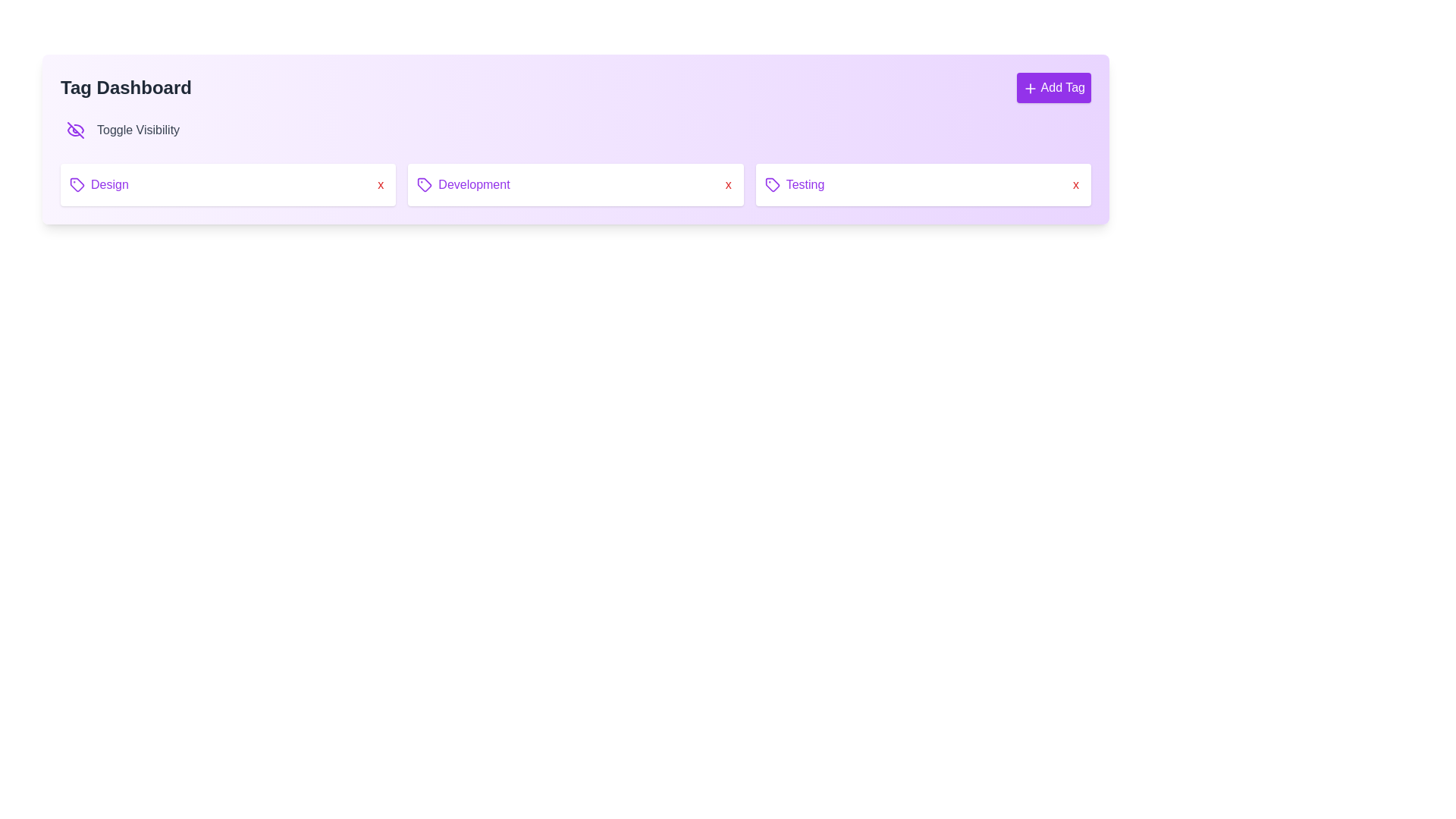 This screenshot has height=819, width=1456. I want to click on the tag icon located before the 'Testing' text in the purple segment of the interface, so click(772, 184).